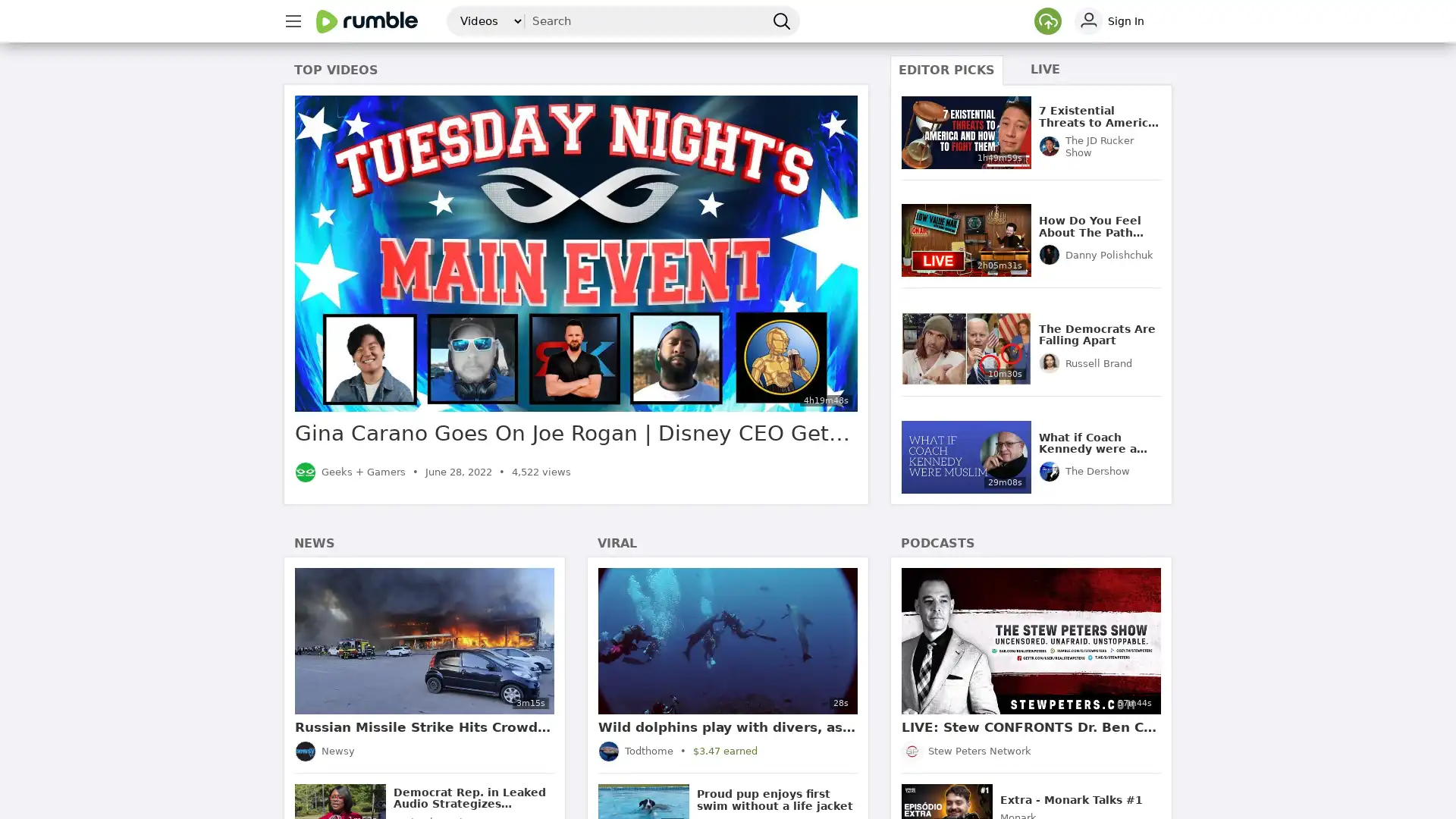 Image resolution: width=1456 pixels, height=819 pixels. What do you see at coordinates (292, 20) in the screenshot?
I see `main menu` at bounding box center [292, 20].